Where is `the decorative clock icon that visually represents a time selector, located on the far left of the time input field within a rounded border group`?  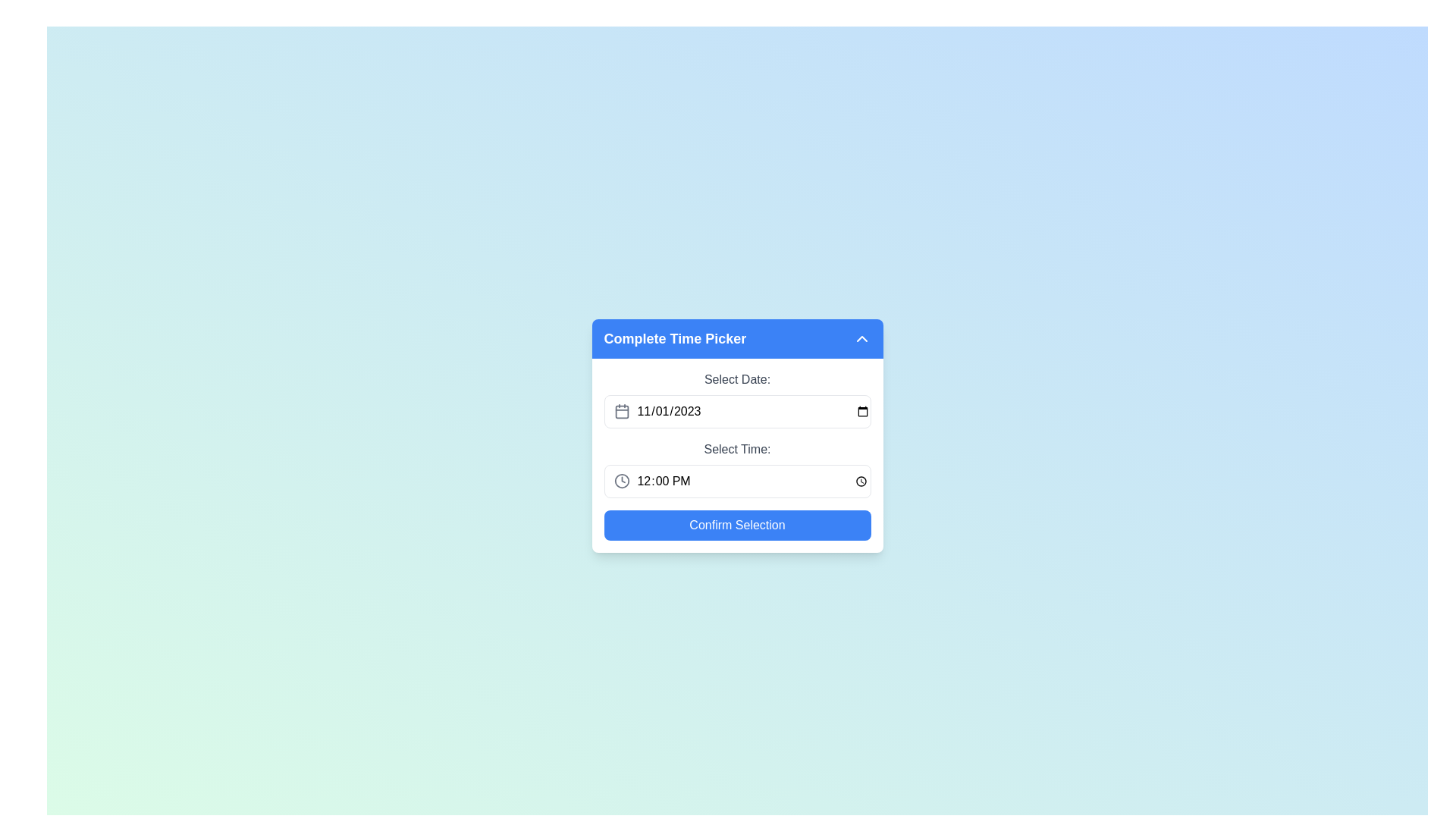
the decorative clock icon that visually represents a time selector, located on the far left of the time input field within a rounded border group is located at coordinates (622, 482).